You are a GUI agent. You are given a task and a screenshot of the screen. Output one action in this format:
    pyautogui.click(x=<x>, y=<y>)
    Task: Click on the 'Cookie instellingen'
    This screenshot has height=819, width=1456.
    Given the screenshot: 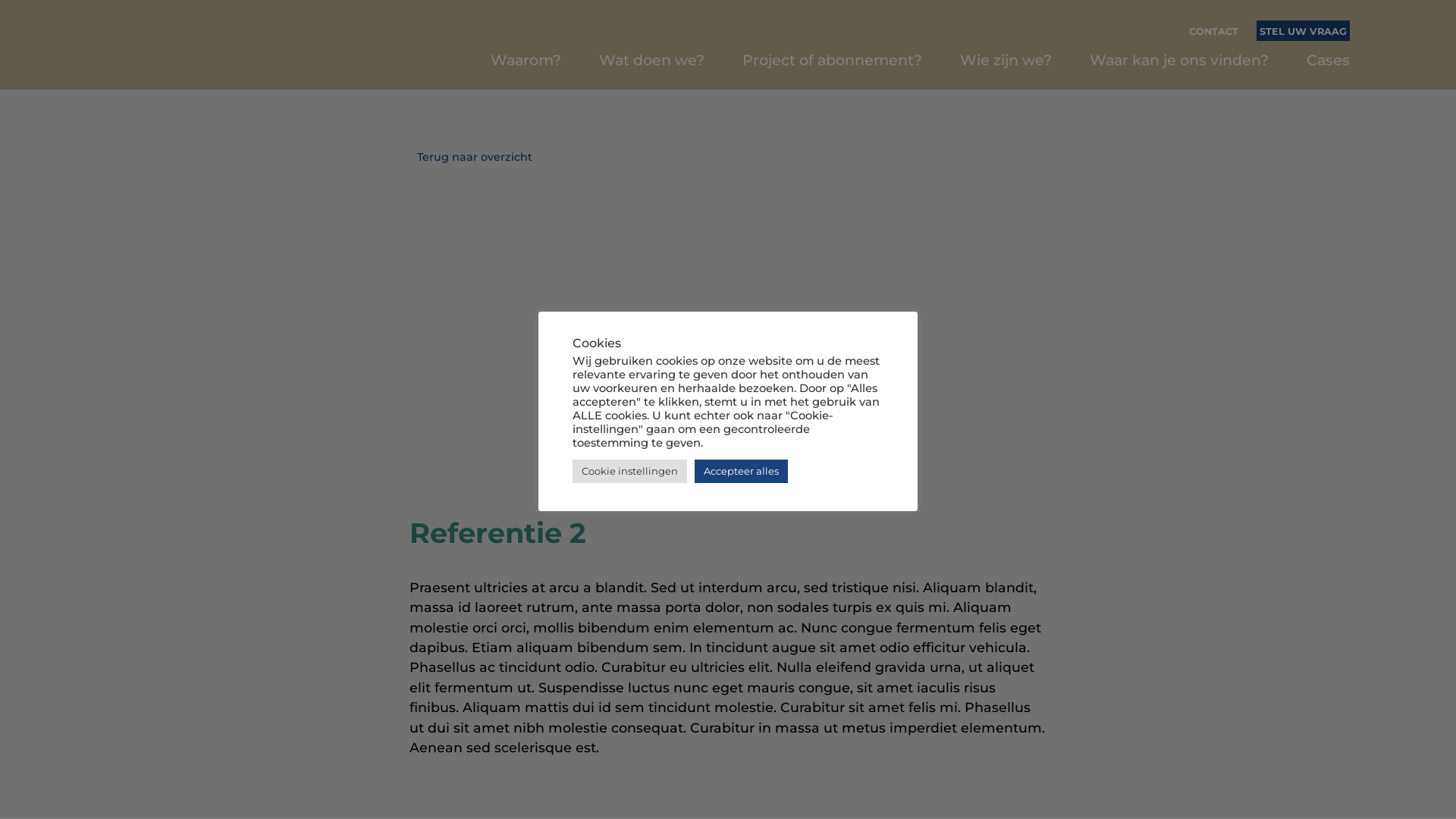 What is the action you would take?
    pyautogui.click(x=629, y=470)
    